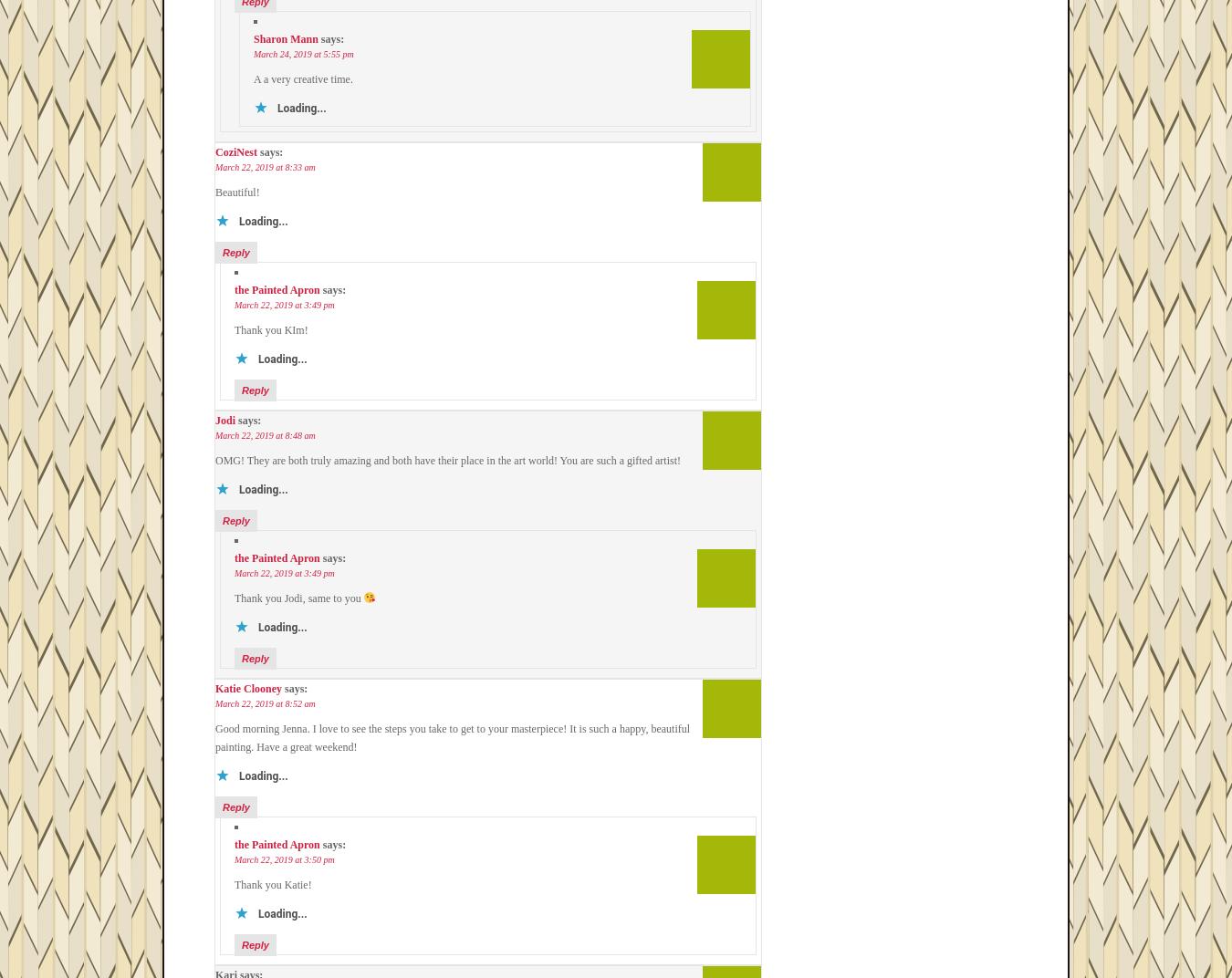 Image resolution: width=1232 pixels, height=978 pixels. What do you see at coordinates (236, 192) in the screenshot?
I see `'Beautiful!'` at bounding box center [236, 192].